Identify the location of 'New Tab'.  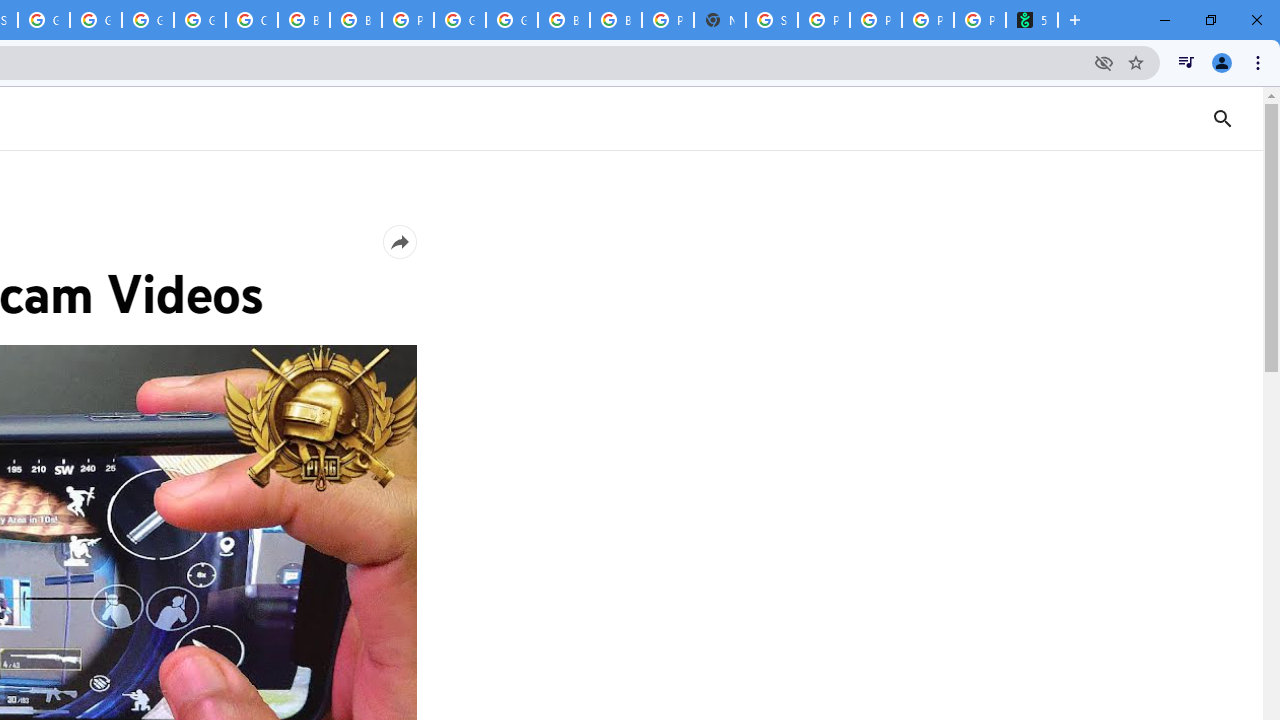
(720, 20).